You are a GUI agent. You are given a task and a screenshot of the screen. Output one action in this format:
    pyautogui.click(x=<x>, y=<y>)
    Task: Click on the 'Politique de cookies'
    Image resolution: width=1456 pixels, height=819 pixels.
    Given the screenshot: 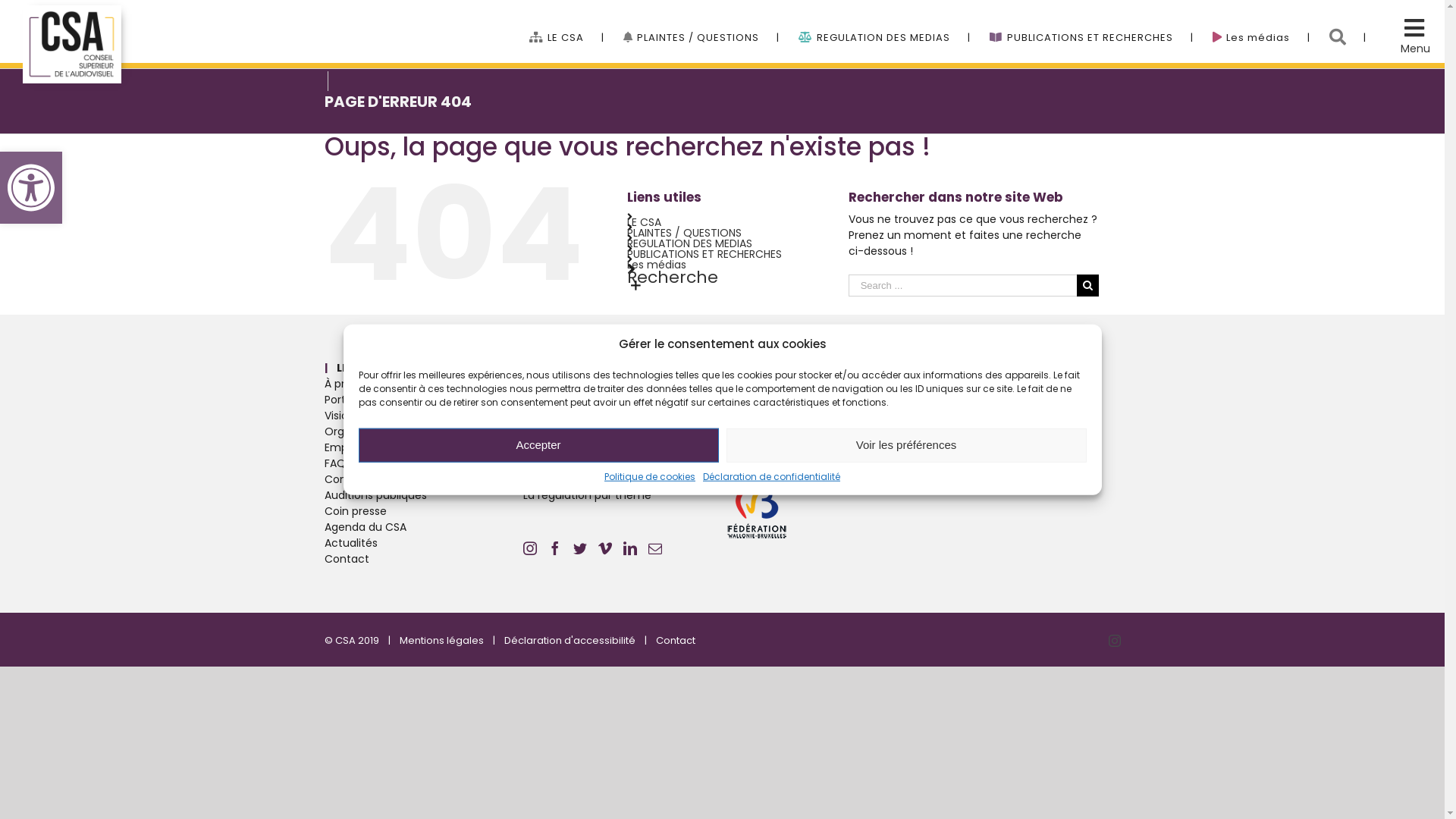 What is the action you would take?
    pyautogui.click(x=650, y=475)
    